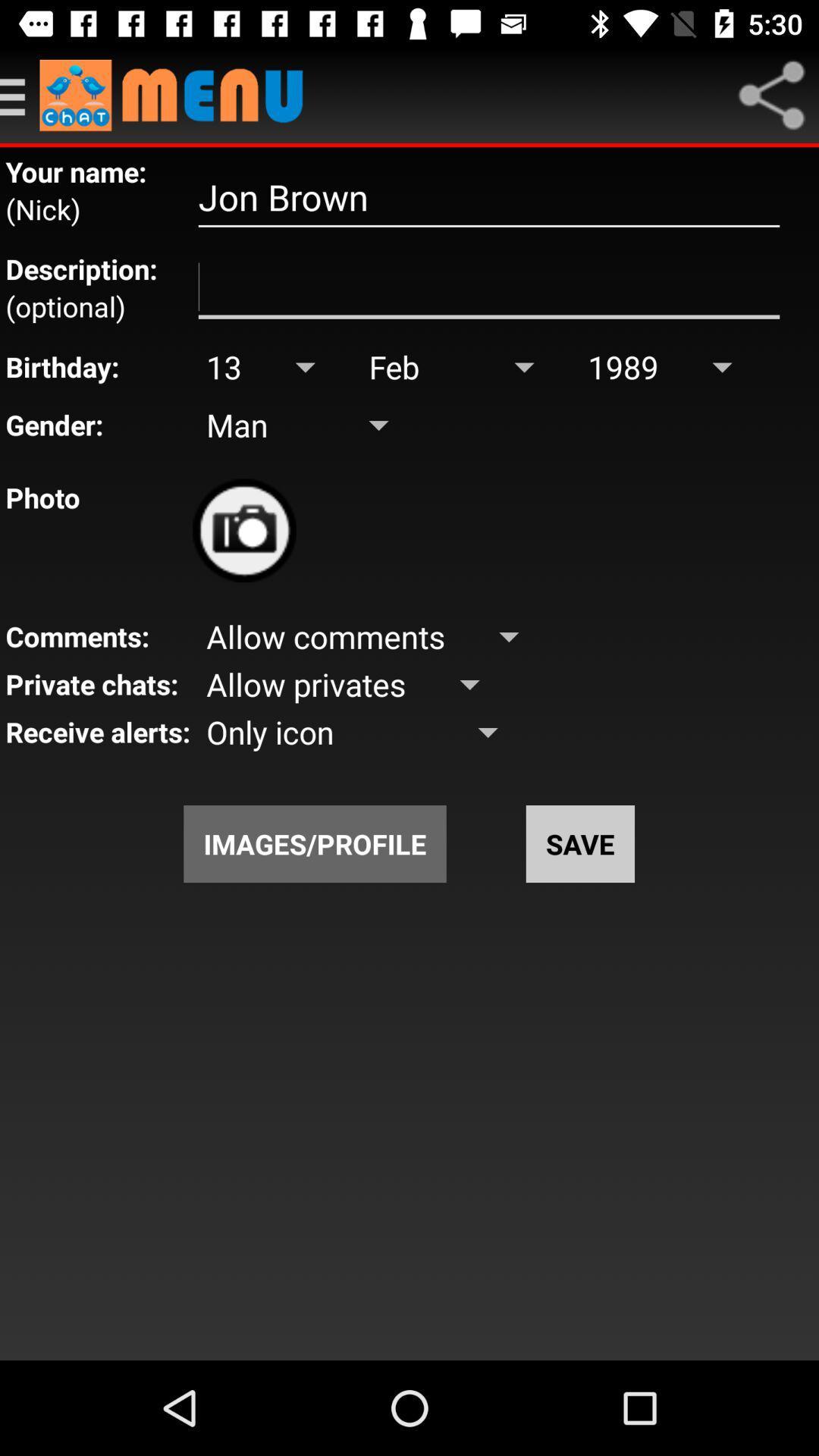  Describe the element at coordinates (488, 287) in the screenshot. I see `type in description` at that location.